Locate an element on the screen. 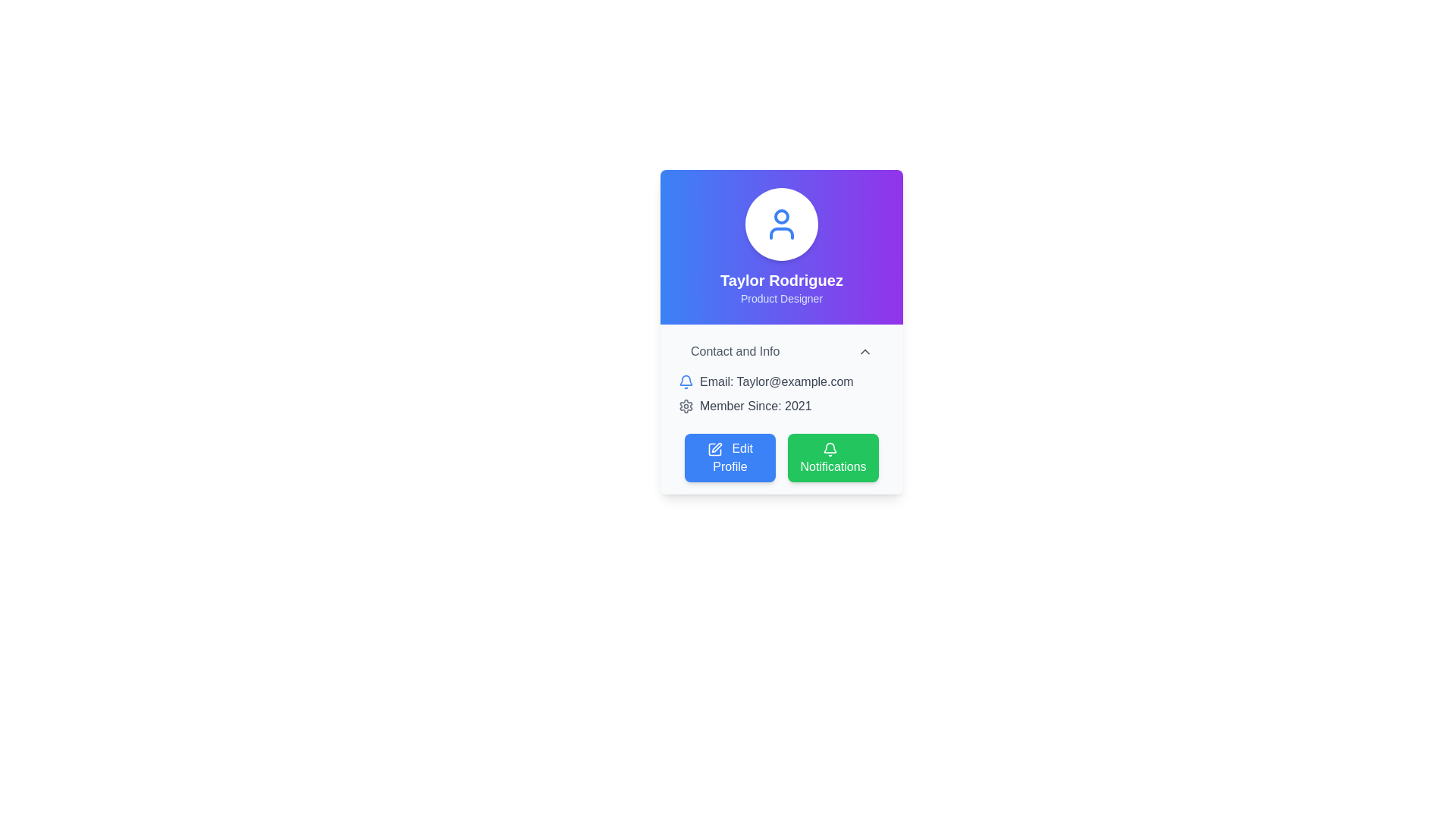 Image resolution: width=1456 pixels, height=819 pixels. the static text label that reads 'Member Since: 2021' with a gray font and a gear icon preceding it, located below the 'Email: Taylor@example.com' label is located at coordinates (782, 406).